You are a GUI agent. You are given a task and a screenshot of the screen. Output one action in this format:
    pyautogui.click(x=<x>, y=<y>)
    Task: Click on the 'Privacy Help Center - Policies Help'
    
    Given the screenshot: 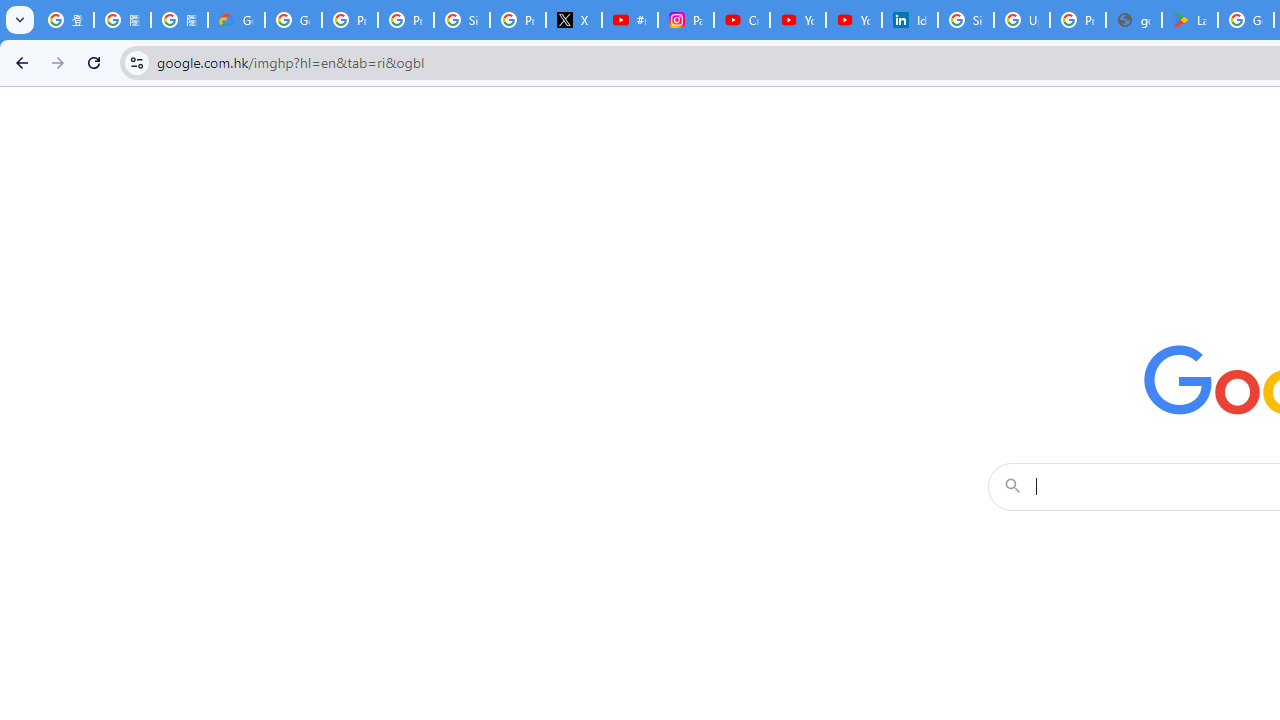 What is the action you would take?
    pyautogui.click(x=404, y=20)
    